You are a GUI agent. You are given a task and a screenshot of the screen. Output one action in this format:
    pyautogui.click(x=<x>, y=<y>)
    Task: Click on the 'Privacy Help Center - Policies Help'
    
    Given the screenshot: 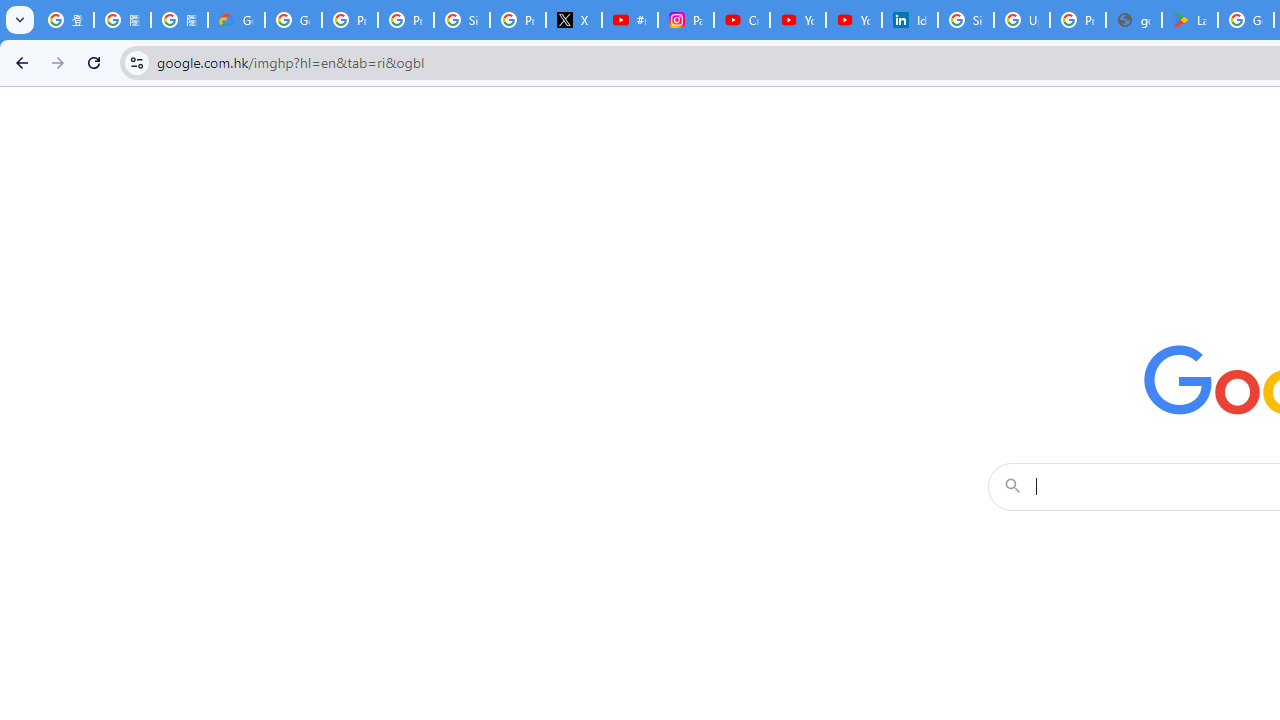 What is the action you would take?
    pyautogui.click(x=404, y=20)
    